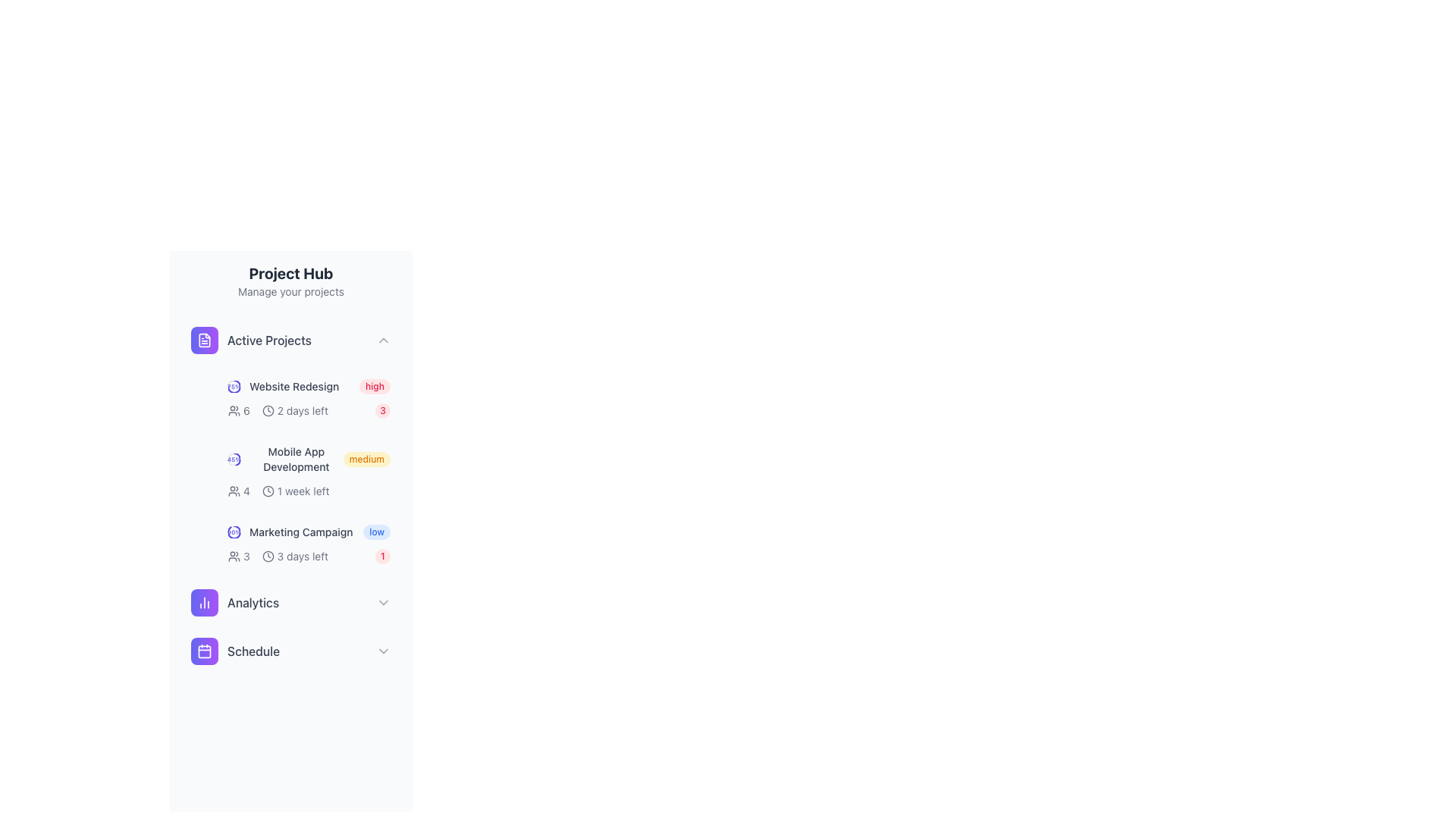 The image size is (1456, 819). Describe the element at coordinates (284, 385) in the screenshot. I see `the first list item in the 'Active Projects' section, which features a circular icon displaying '75%' and the text 'Website Redesign'` at that location.